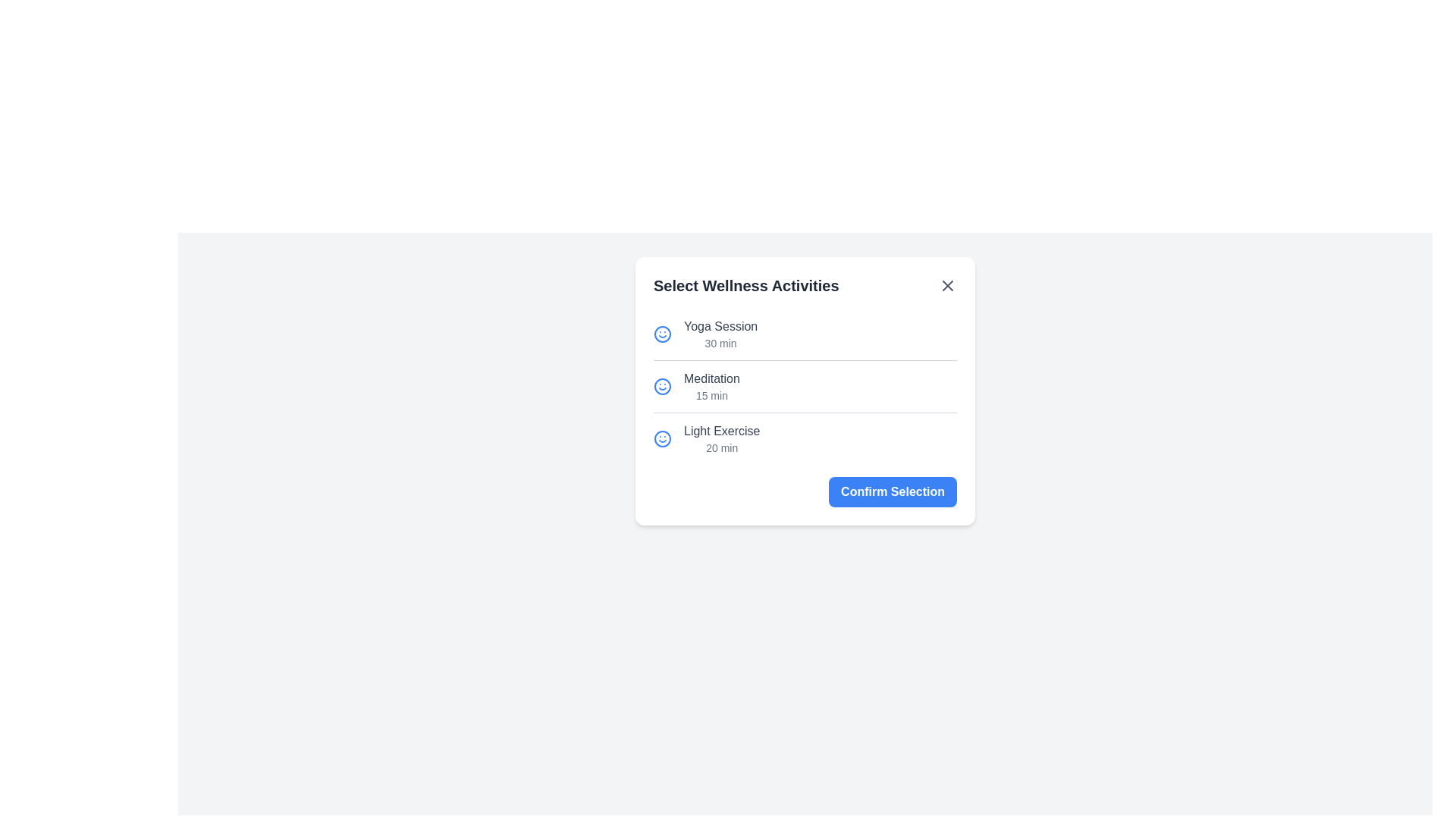  Describe the element at coordinates (804, 333) in the screenshot. I see `the activity Yoga Session by clicking on it` at that location.